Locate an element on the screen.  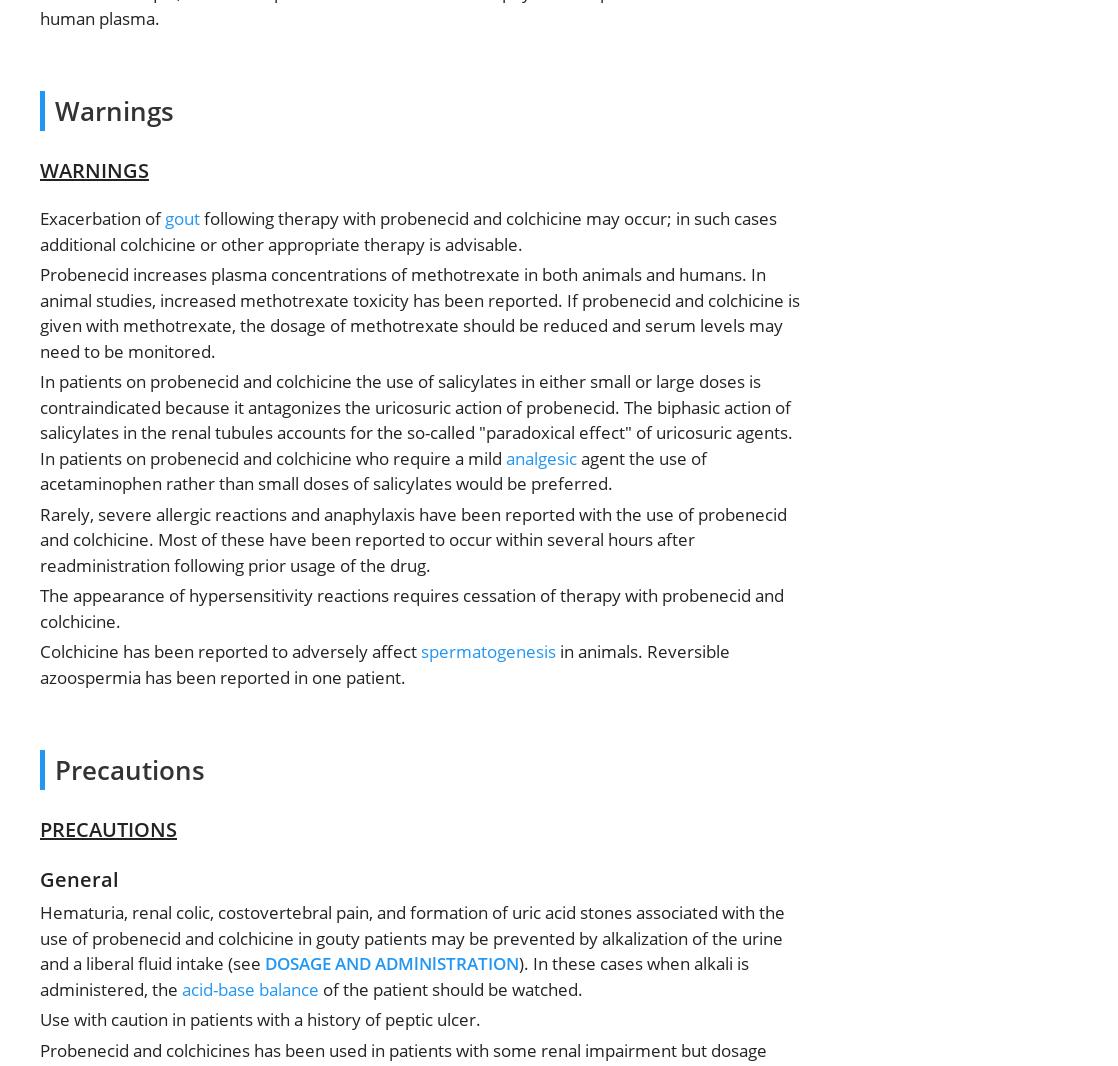
'Colchicine has been reported to adversely affect' is located at coordinates (230, 650).